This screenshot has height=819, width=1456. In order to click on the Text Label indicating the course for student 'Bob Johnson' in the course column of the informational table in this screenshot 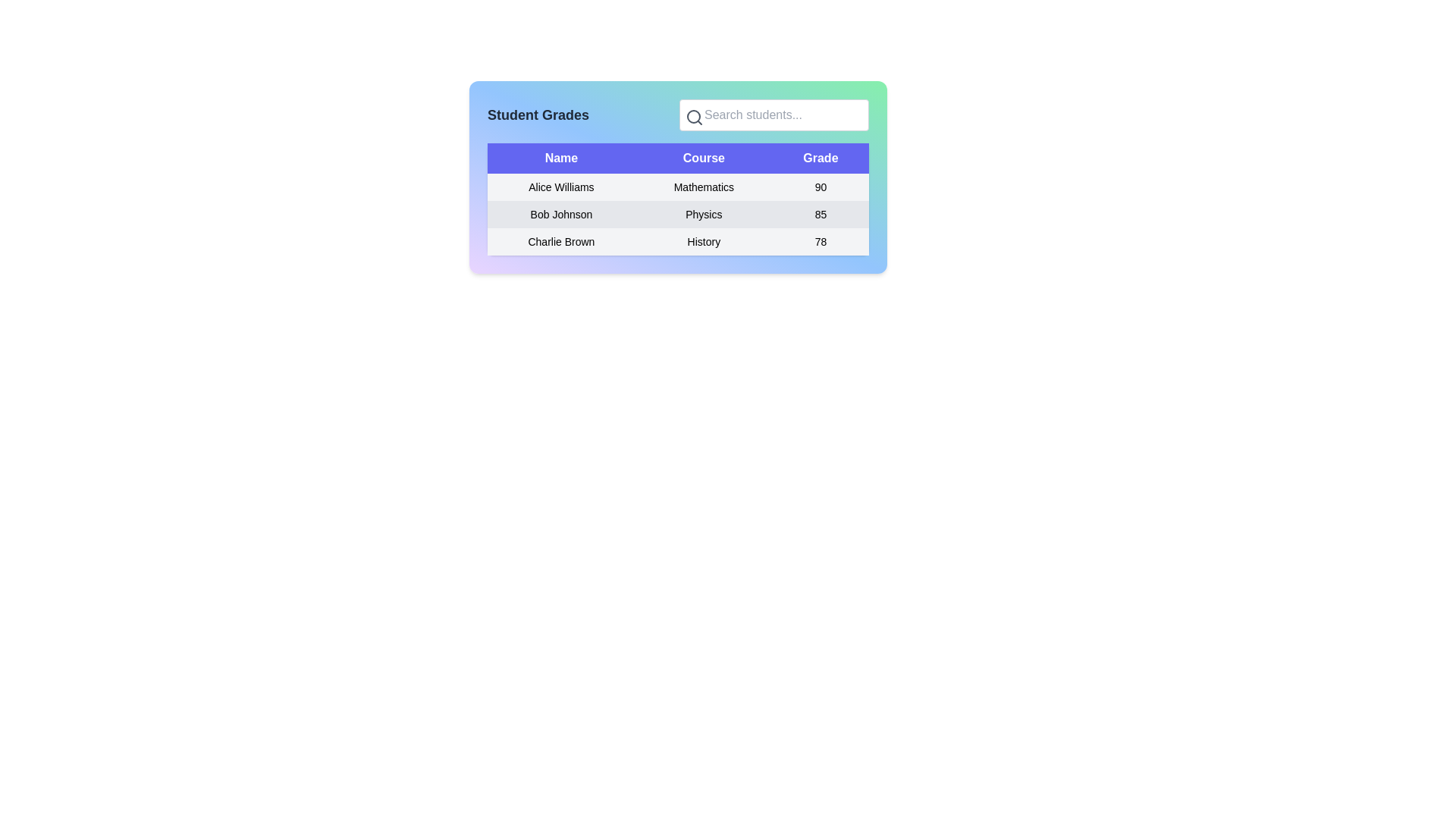, I will do `click(703, 214)`.